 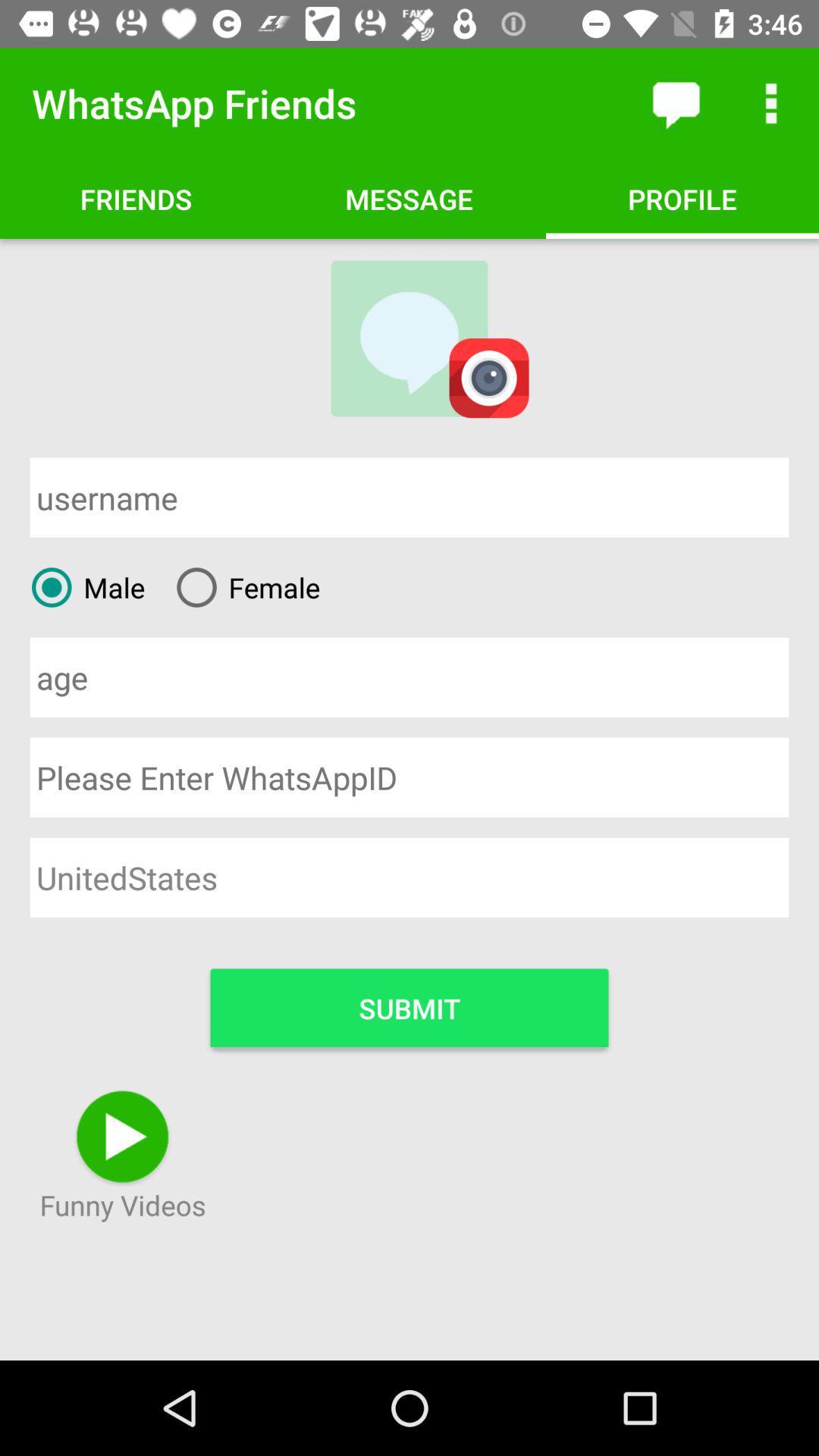 I want to click on the item to the right of the whatsapp friends, so click(x=675, y=102).